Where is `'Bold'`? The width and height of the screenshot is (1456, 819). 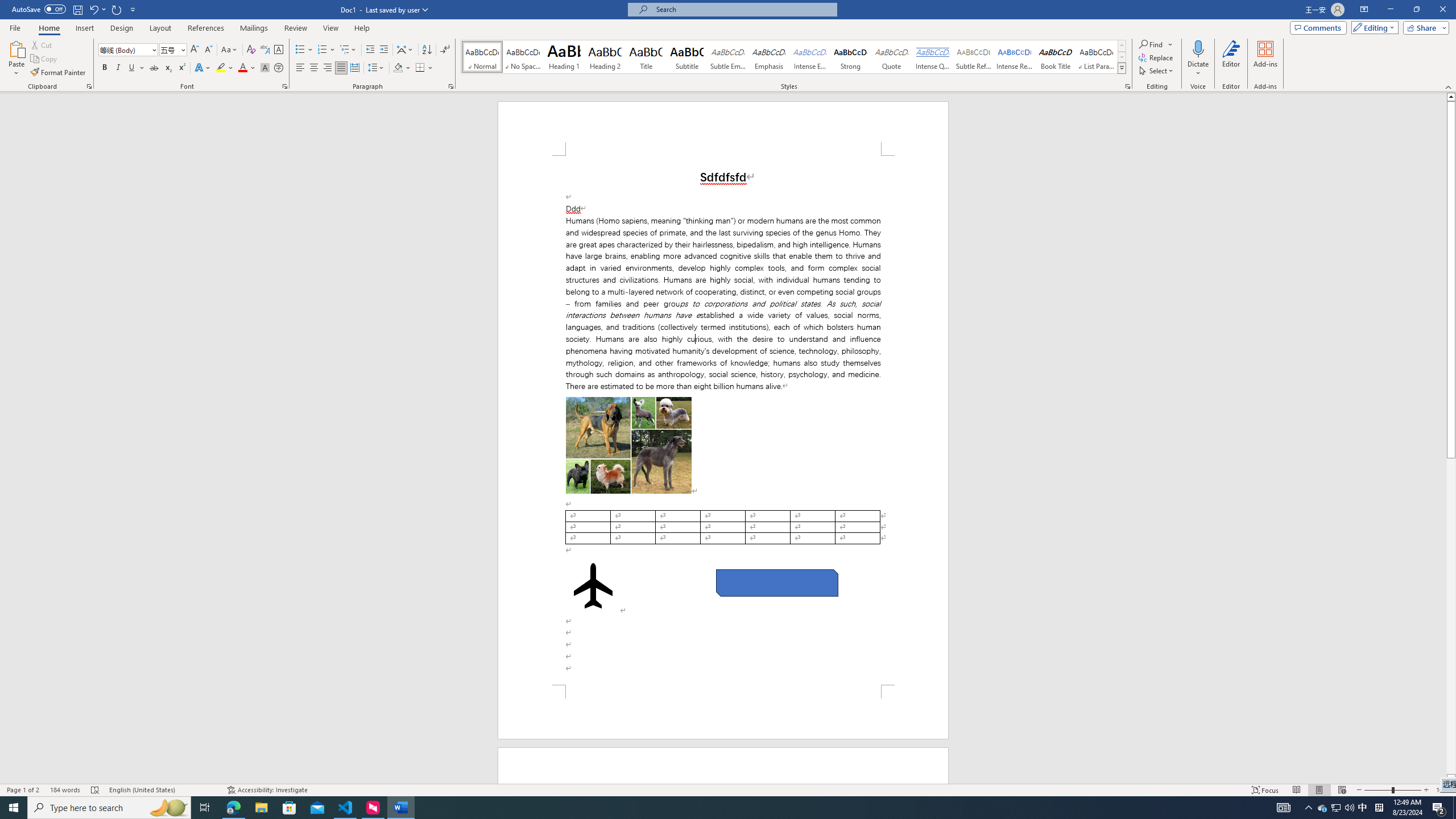
'Bold' is located at coordinates (104, 67).